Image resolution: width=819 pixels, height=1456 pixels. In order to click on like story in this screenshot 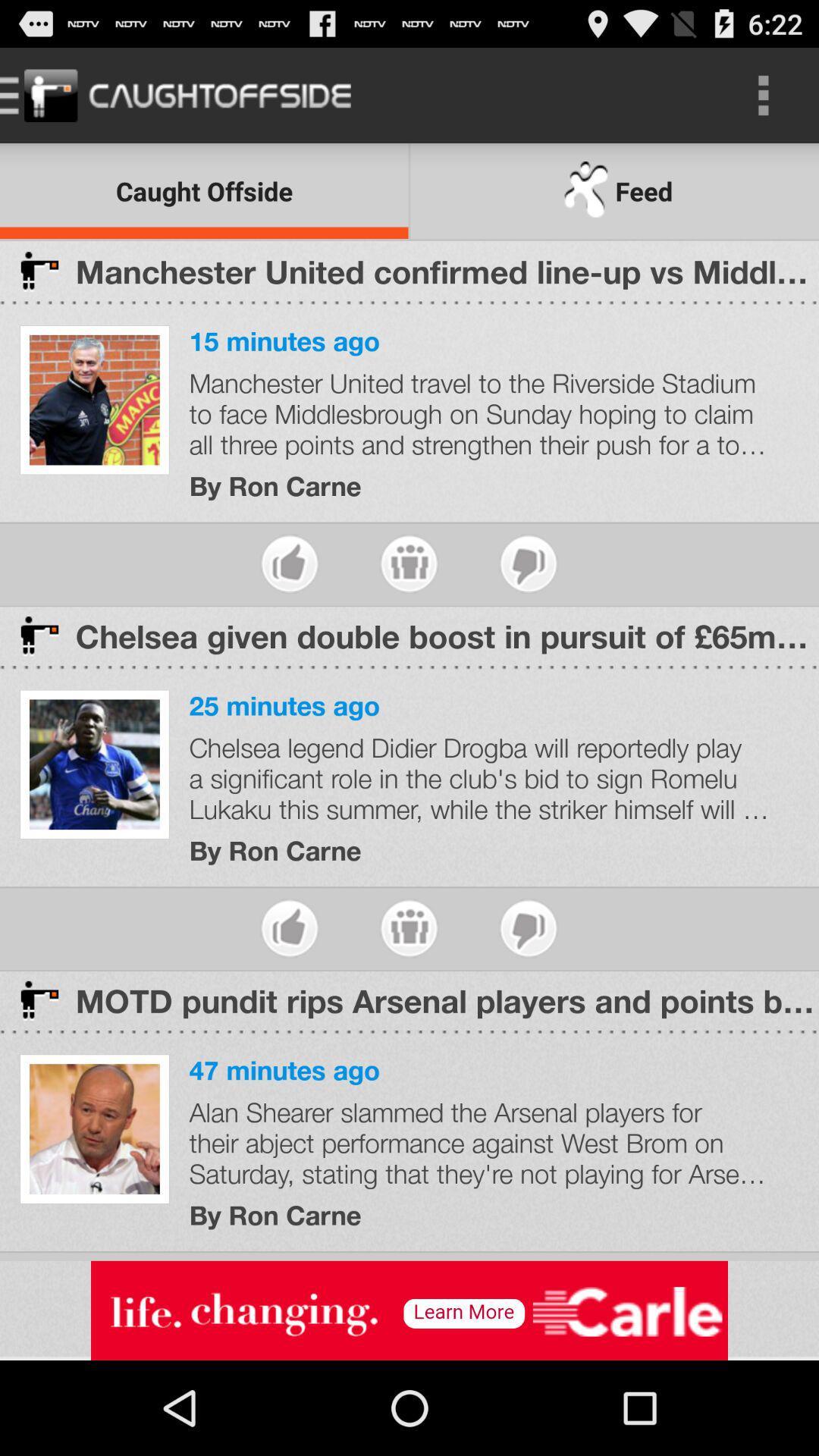, I will do `click(290, 927)`.